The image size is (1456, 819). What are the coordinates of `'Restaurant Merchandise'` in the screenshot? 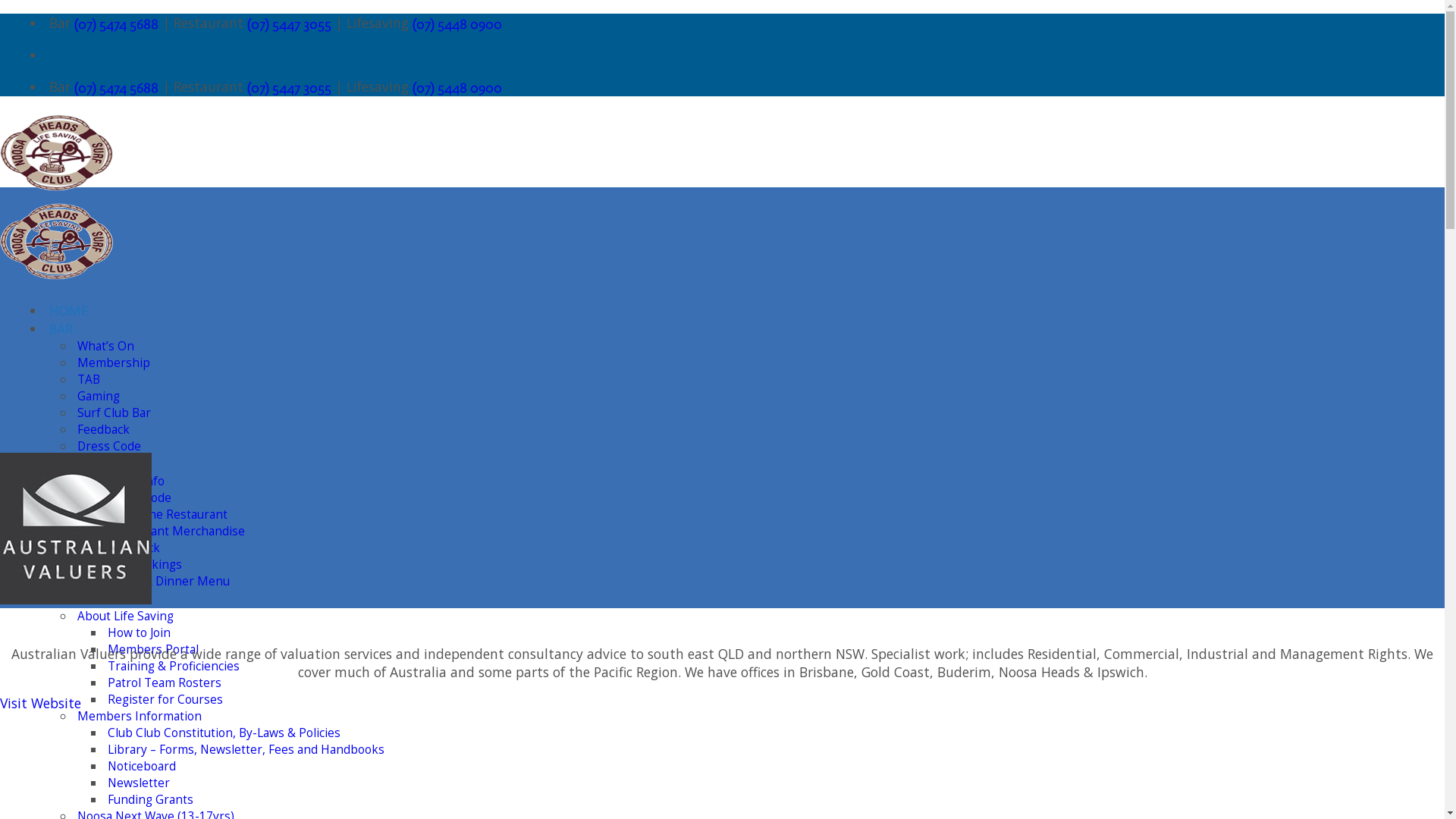 It's located at (176, 529).